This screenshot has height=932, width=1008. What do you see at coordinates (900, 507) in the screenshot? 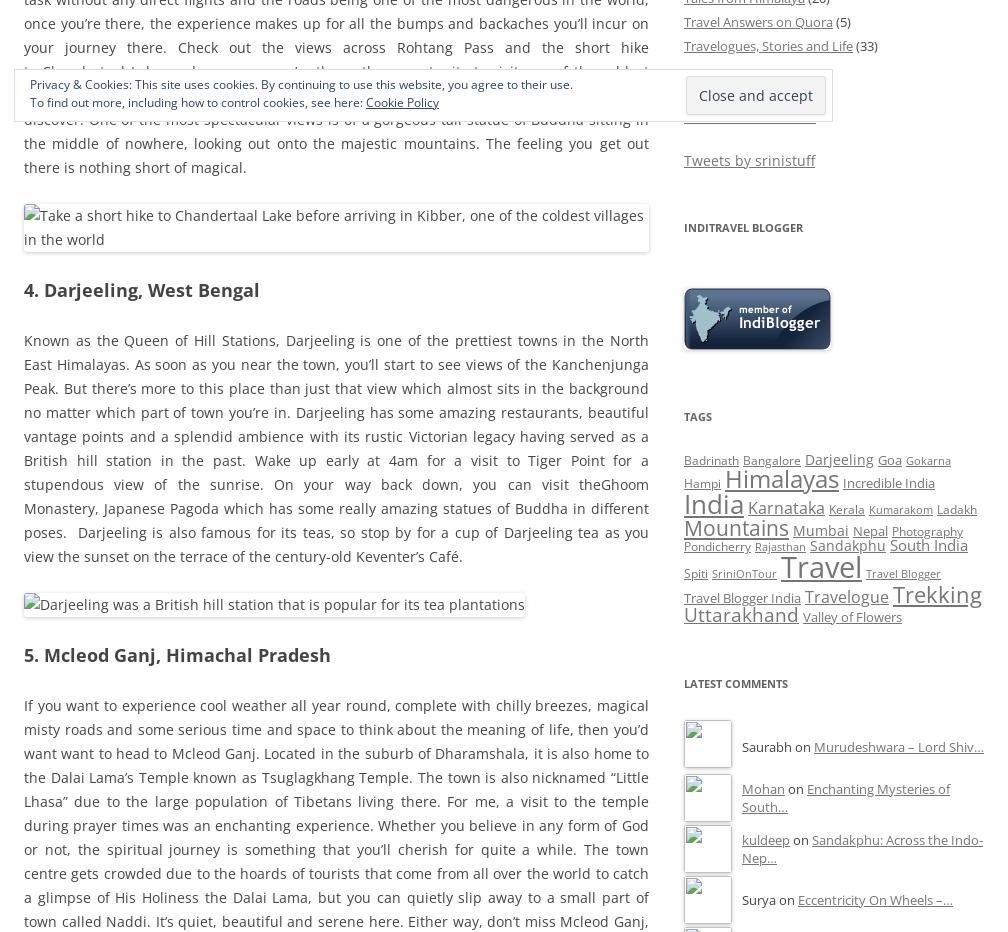
I see `'Kumarakom'` at bounding box center [900, 507].